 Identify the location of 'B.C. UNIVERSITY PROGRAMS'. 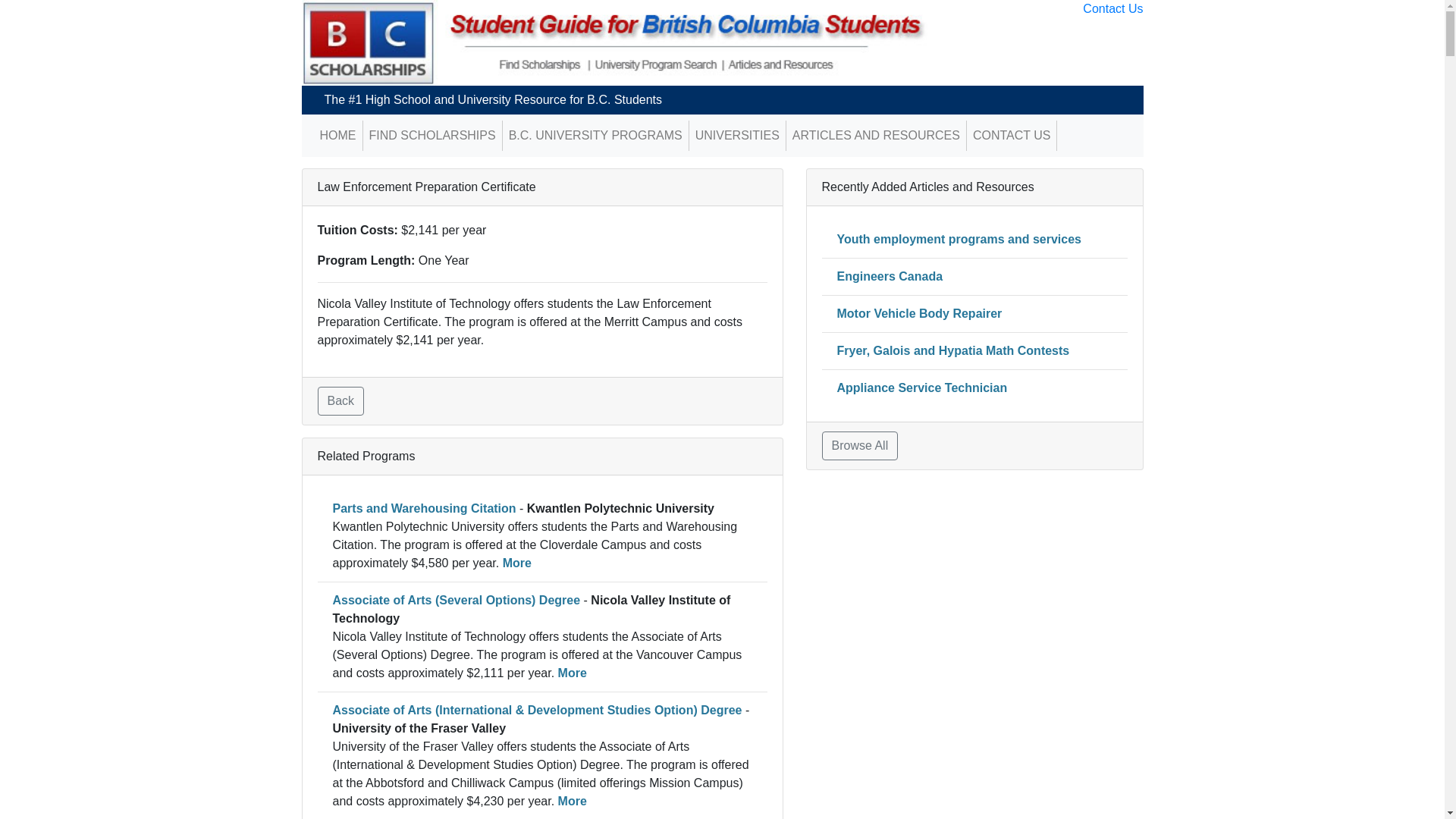
(502, 134).